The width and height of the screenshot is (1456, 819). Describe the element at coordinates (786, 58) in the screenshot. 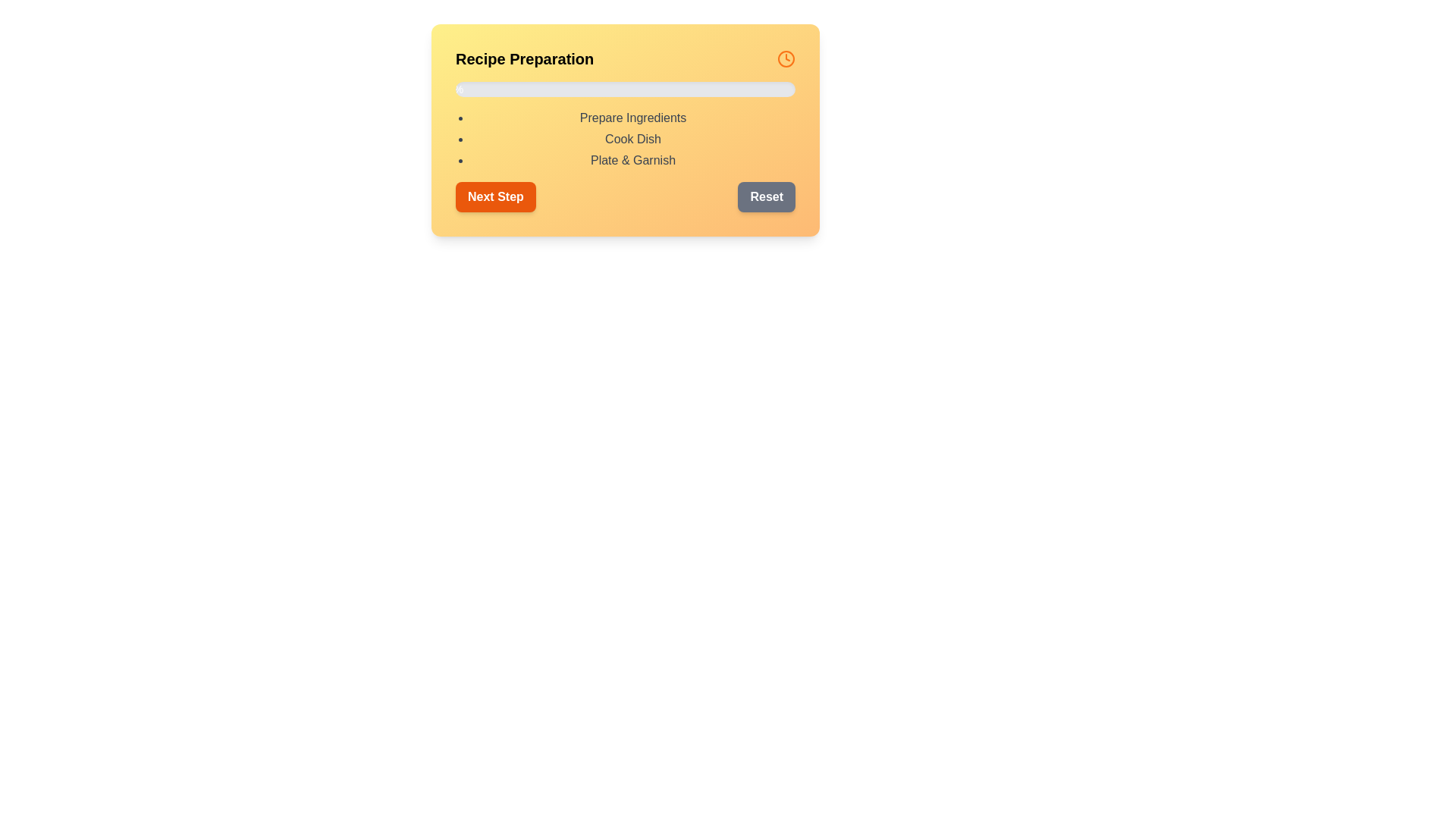

I see `the SVG Circle element that forms the base of the clock graphic in the top-right corner of the 'Recipe Preparation' card` at that location.